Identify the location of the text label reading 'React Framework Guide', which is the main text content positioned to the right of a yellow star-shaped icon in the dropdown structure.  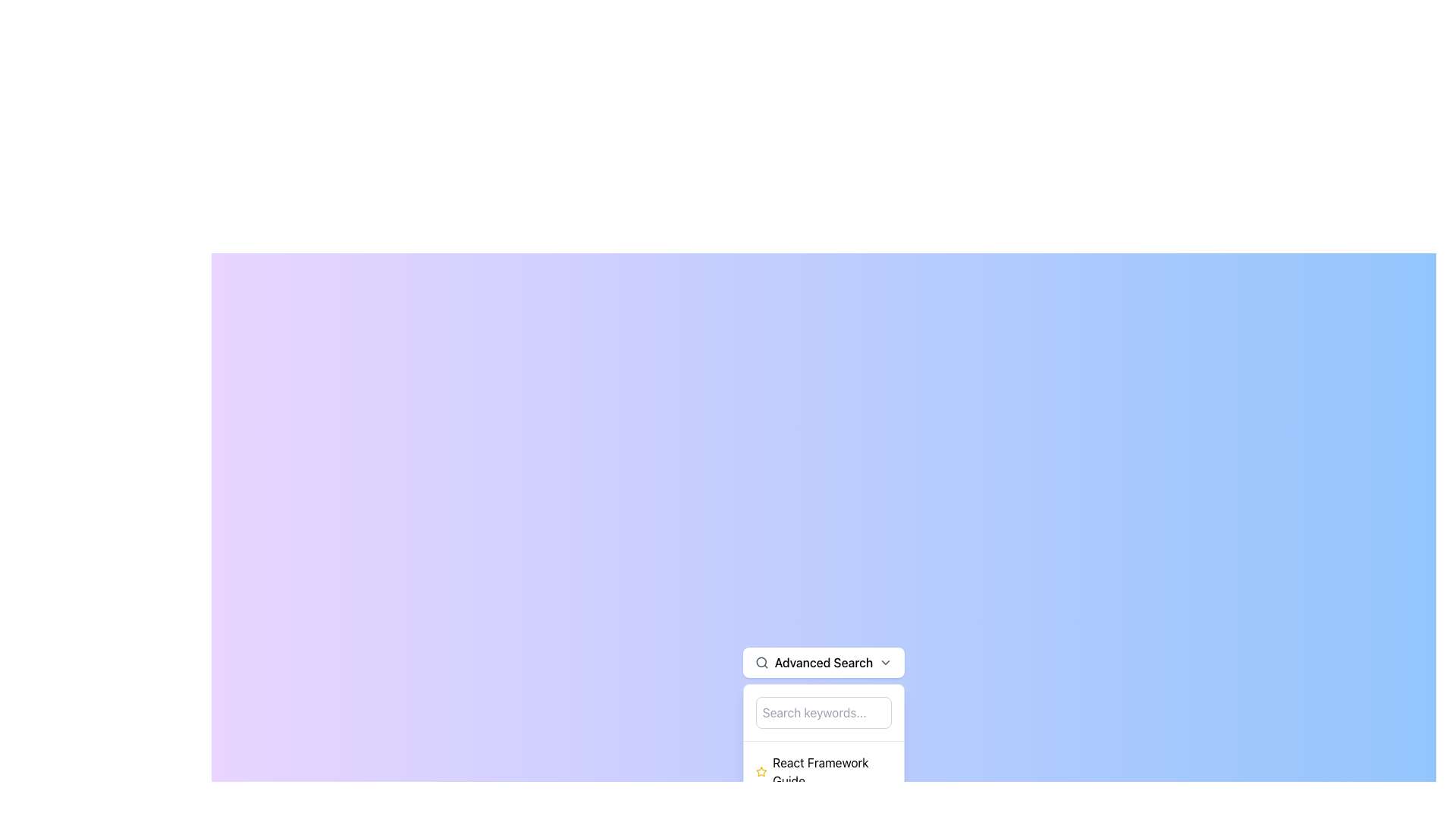
(831, 772).